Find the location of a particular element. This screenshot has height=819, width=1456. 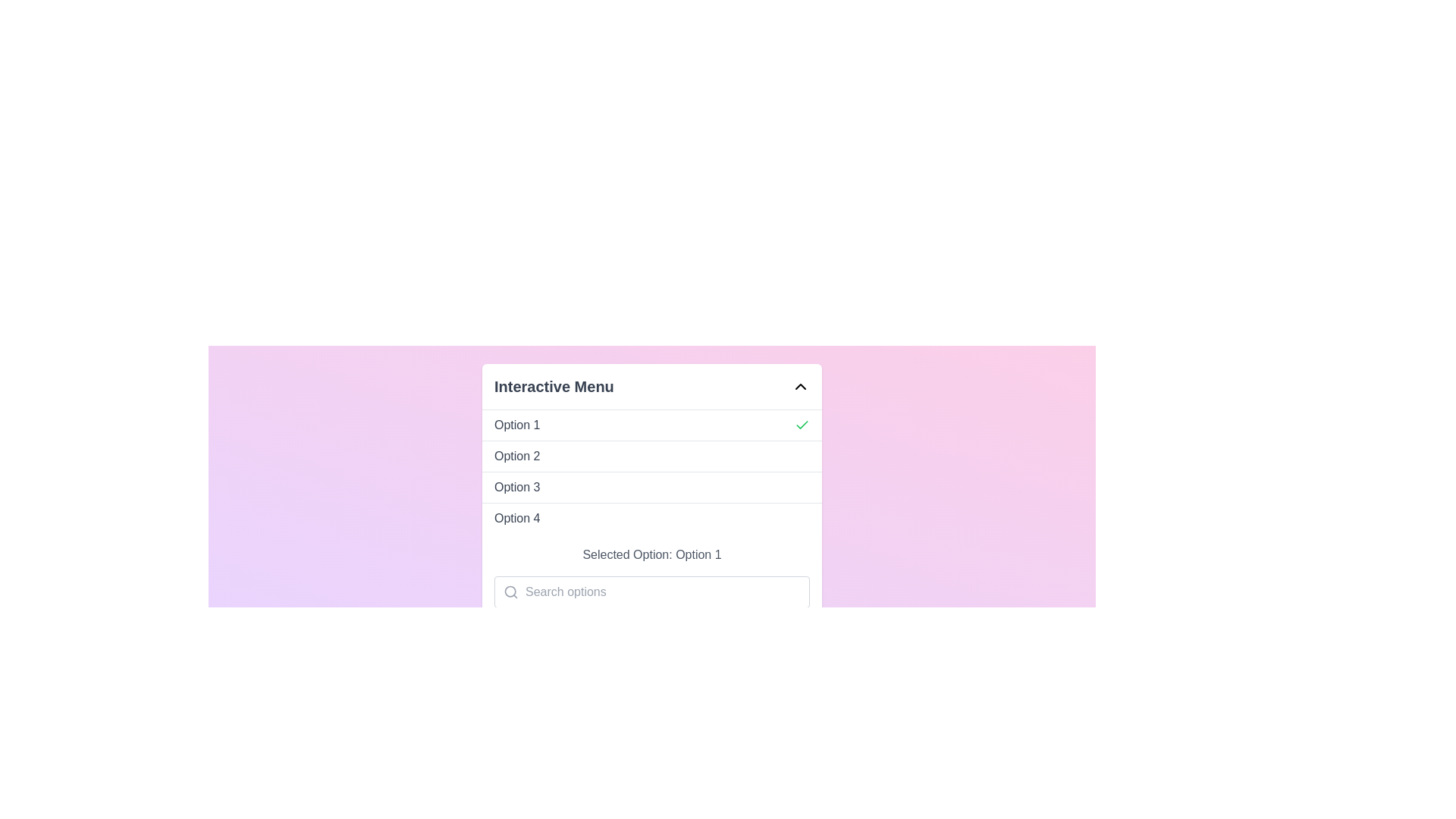

the chevron icon located to the far right of the 'Interactive Menu' header is located at coordinates (800, 385).